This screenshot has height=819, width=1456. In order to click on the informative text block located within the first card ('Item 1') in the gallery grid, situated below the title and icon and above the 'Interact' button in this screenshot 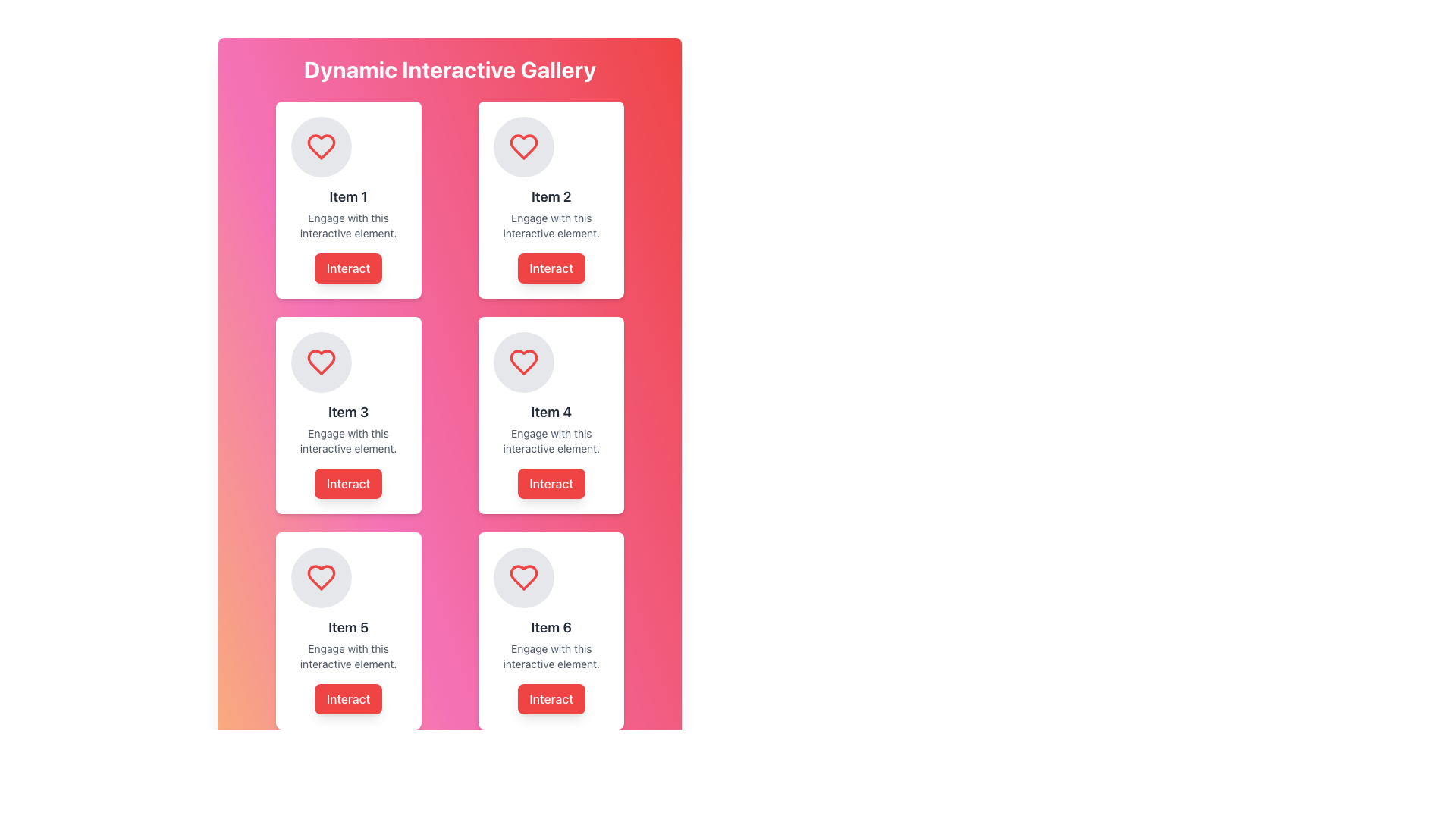, I will do `click(347, 225)`.